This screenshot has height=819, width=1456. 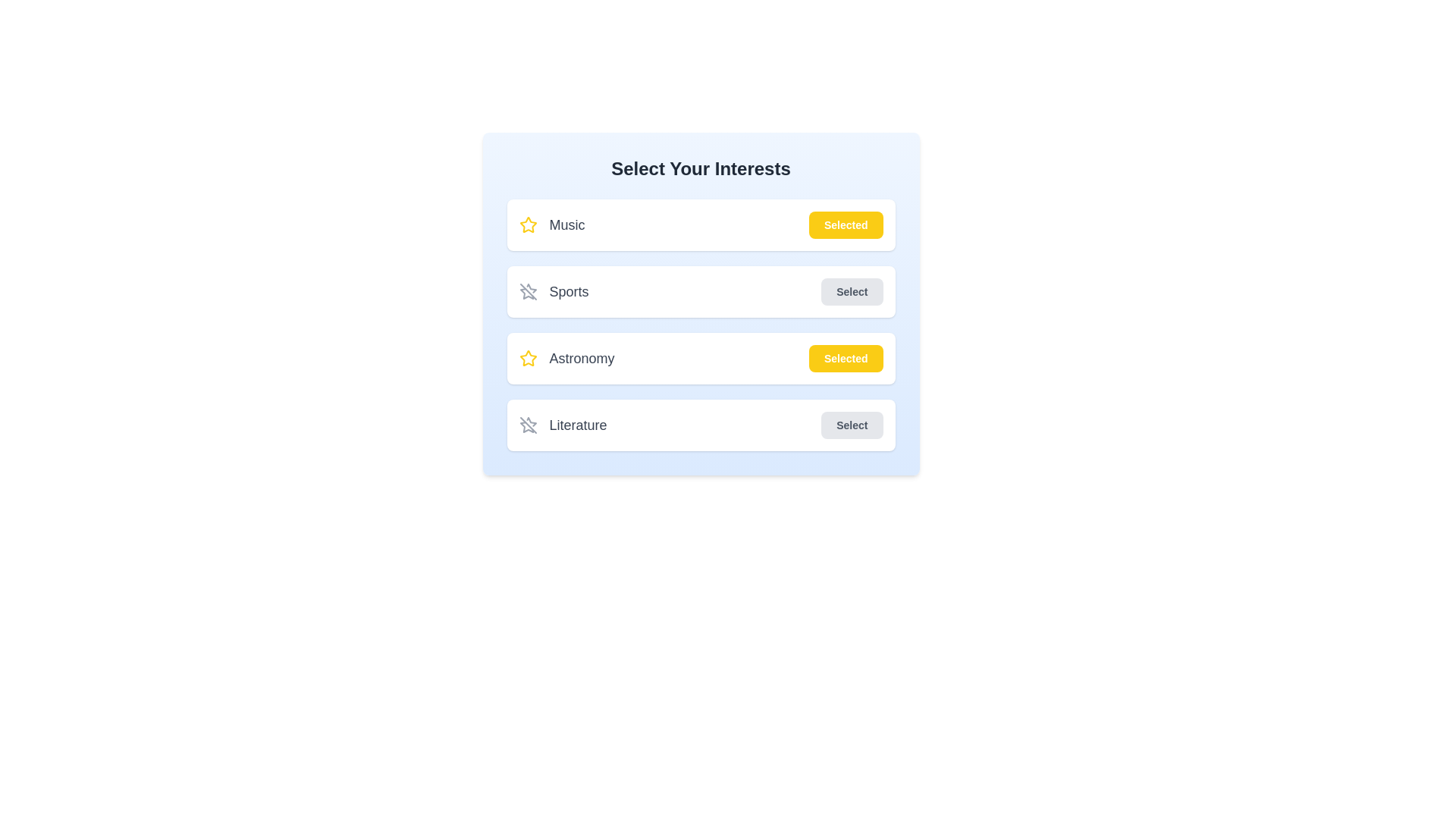 I want to click on the interest Sports, so click(x=852, y=292).